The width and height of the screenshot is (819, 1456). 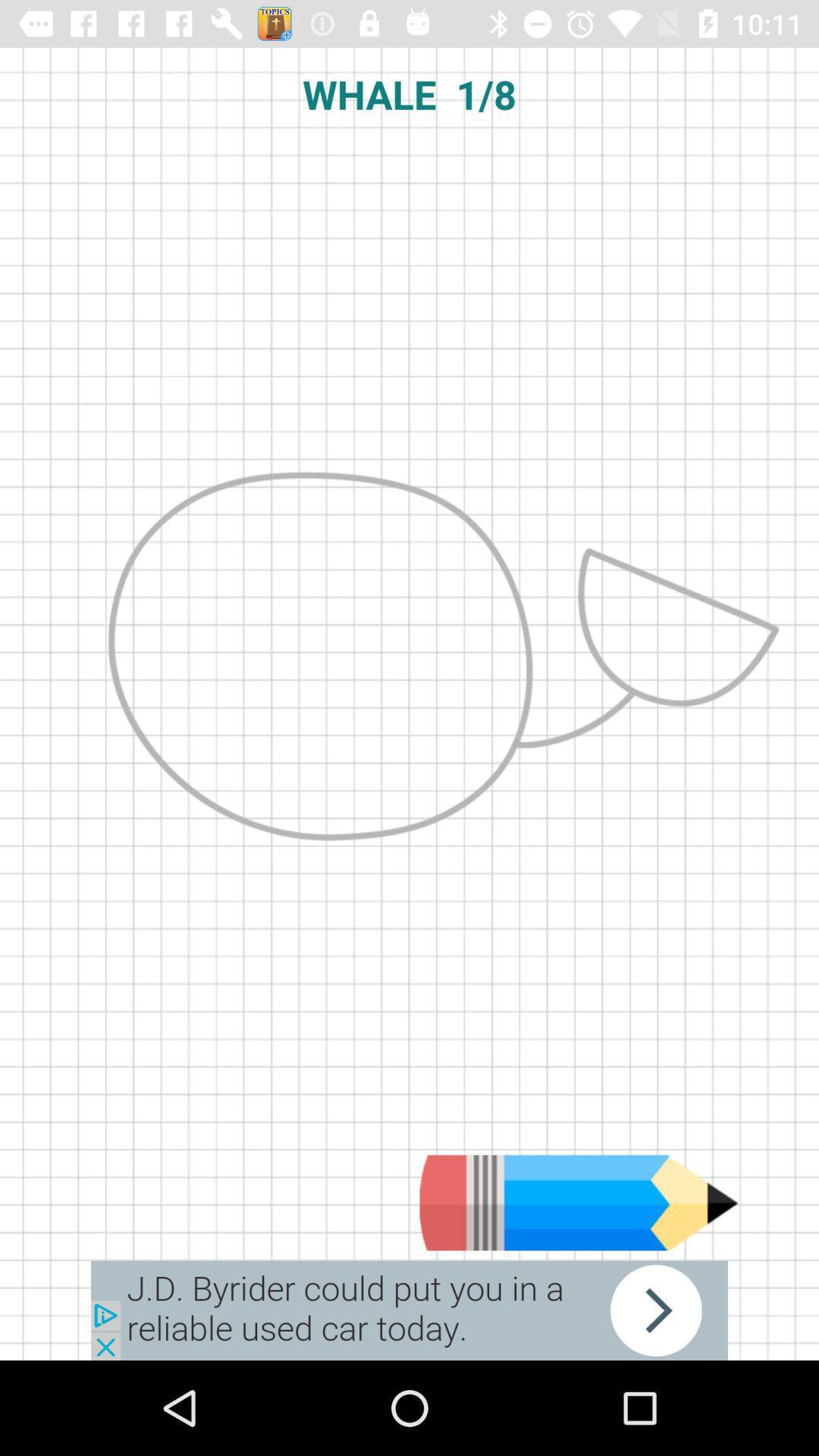 What do you see at coordinates (409, 1310) in the screenshot?
I see `advertisement page` at bounding box center [409, 1310].